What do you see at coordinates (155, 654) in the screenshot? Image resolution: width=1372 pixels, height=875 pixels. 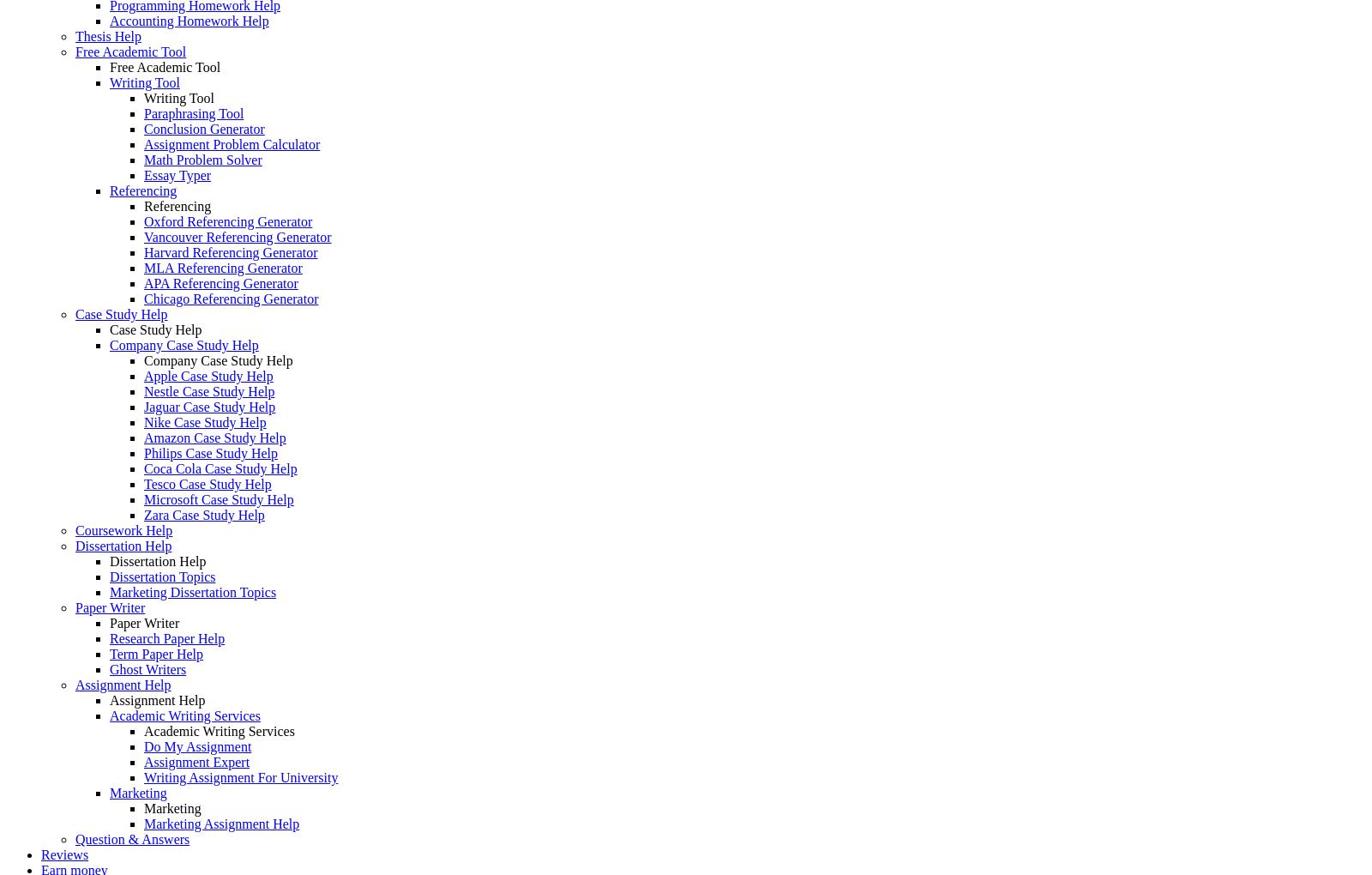 I see `'Term Paper Help'` at bounding box center [155, 654].